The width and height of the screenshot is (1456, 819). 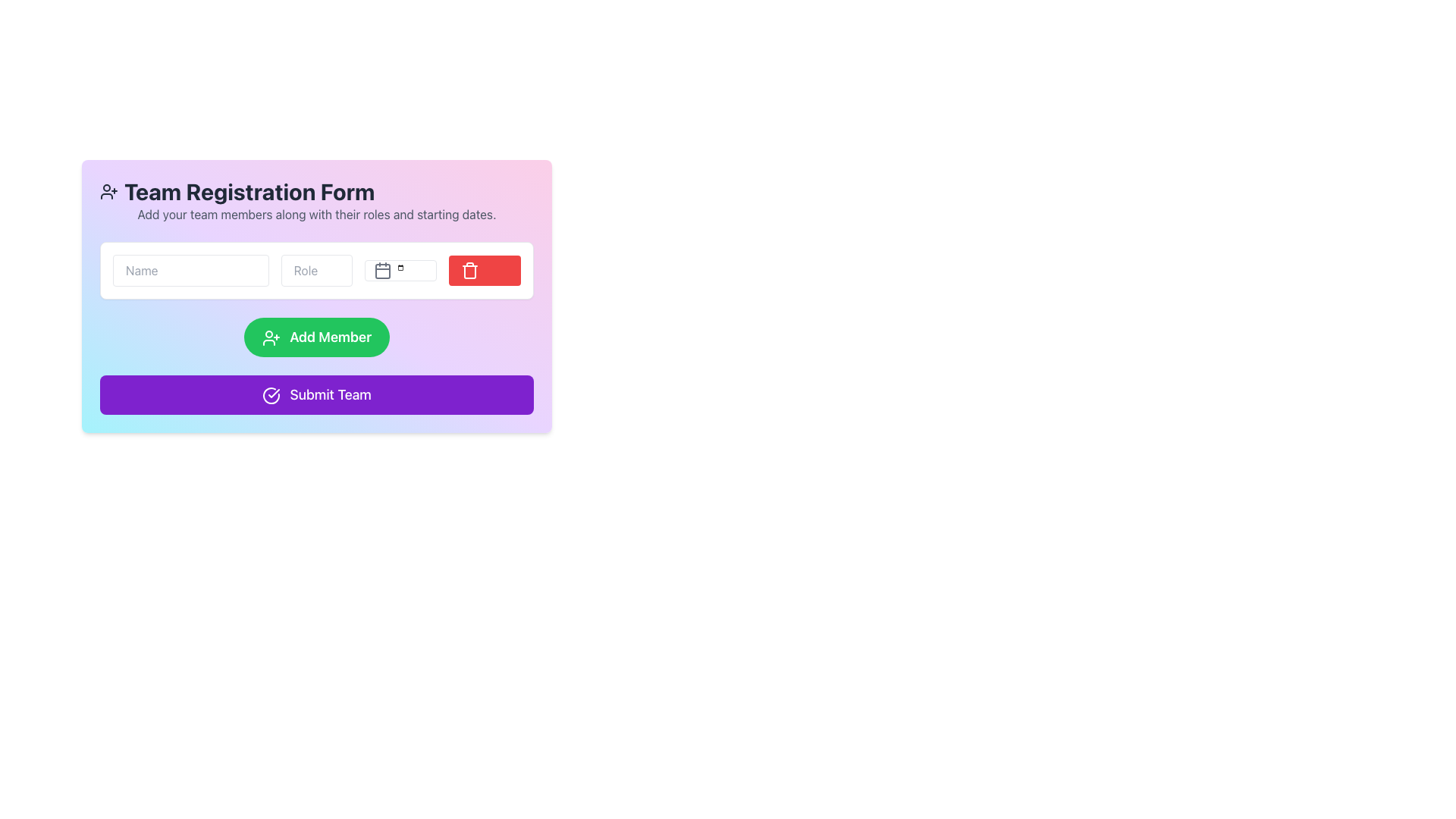 I want to click on the delete button located at the rightmost end of the input form section, so click(x=484, y=270).